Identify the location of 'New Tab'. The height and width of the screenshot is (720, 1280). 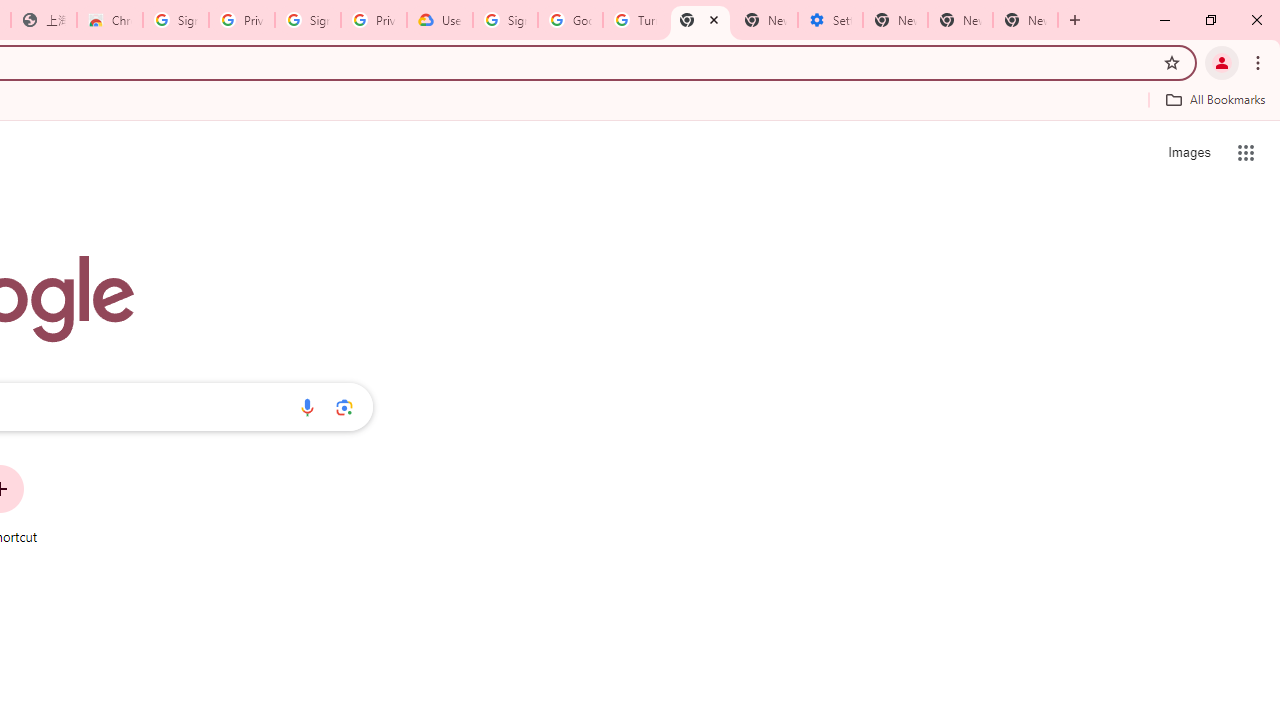
(1025, 20).